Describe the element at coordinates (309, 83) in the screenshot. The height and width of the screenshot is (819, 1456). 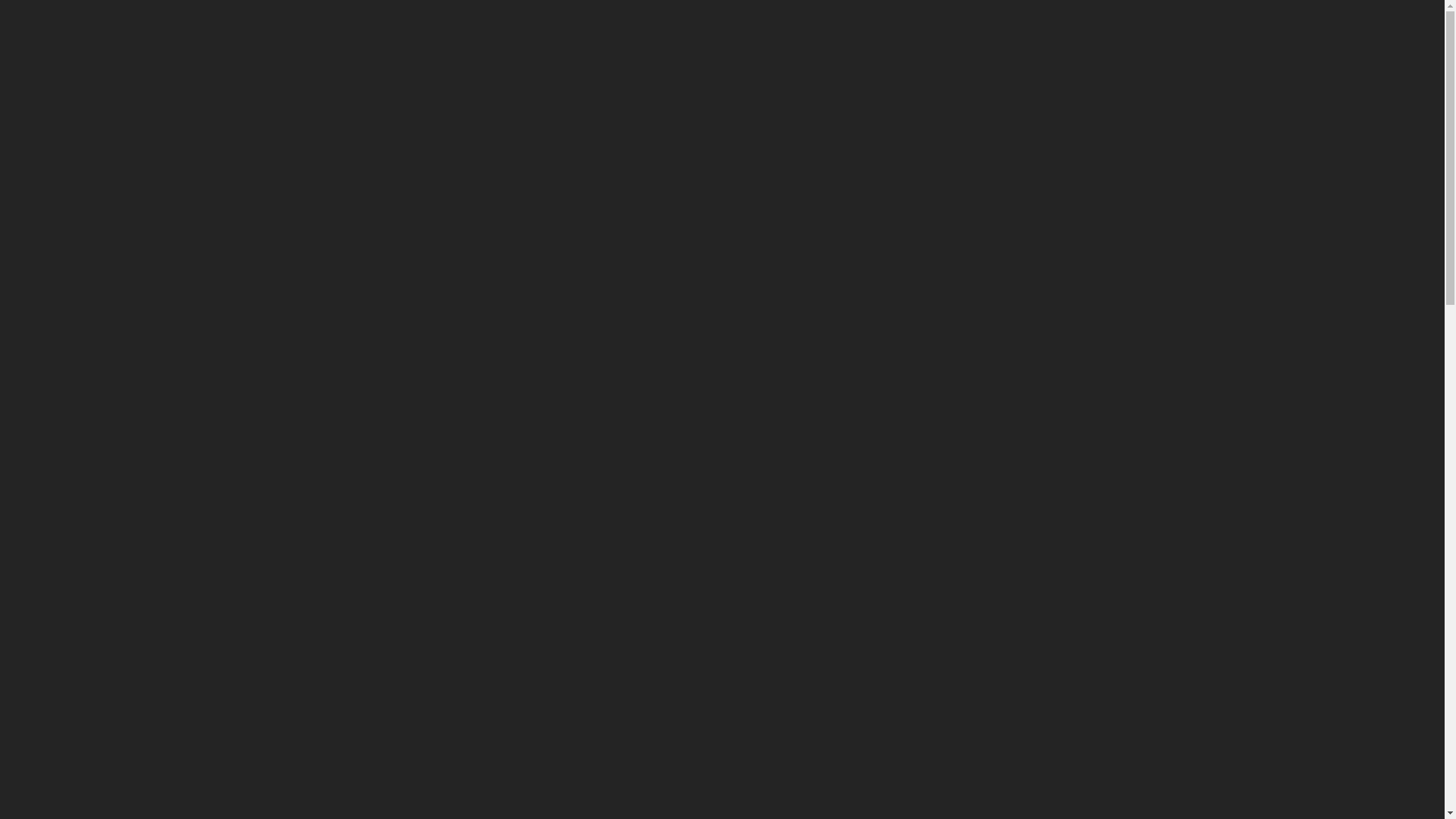
I see `'HOME'` at that location.